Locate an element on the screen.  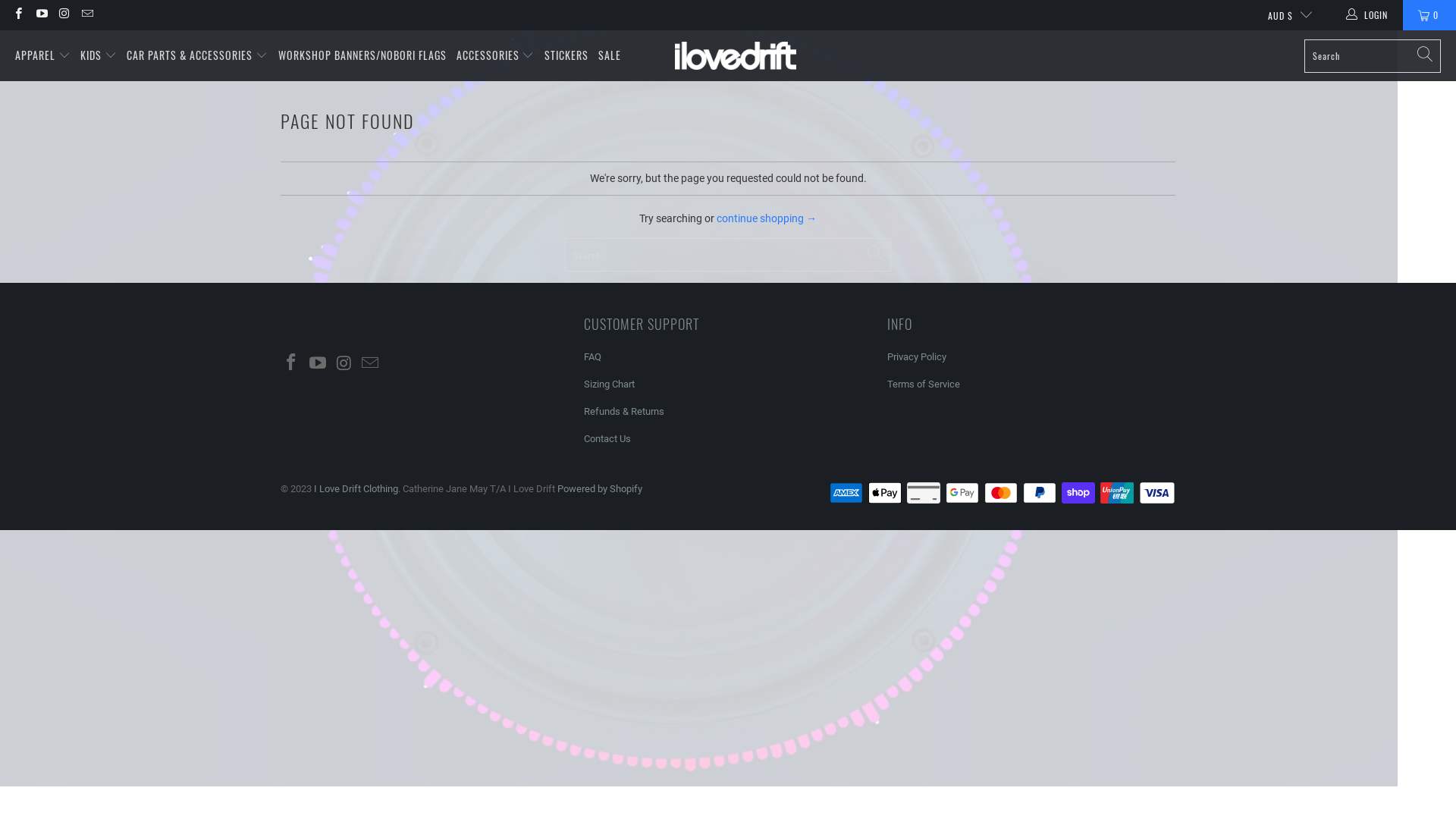
'Email I Love Drift Clothing' is located at coordinates (86, 14).